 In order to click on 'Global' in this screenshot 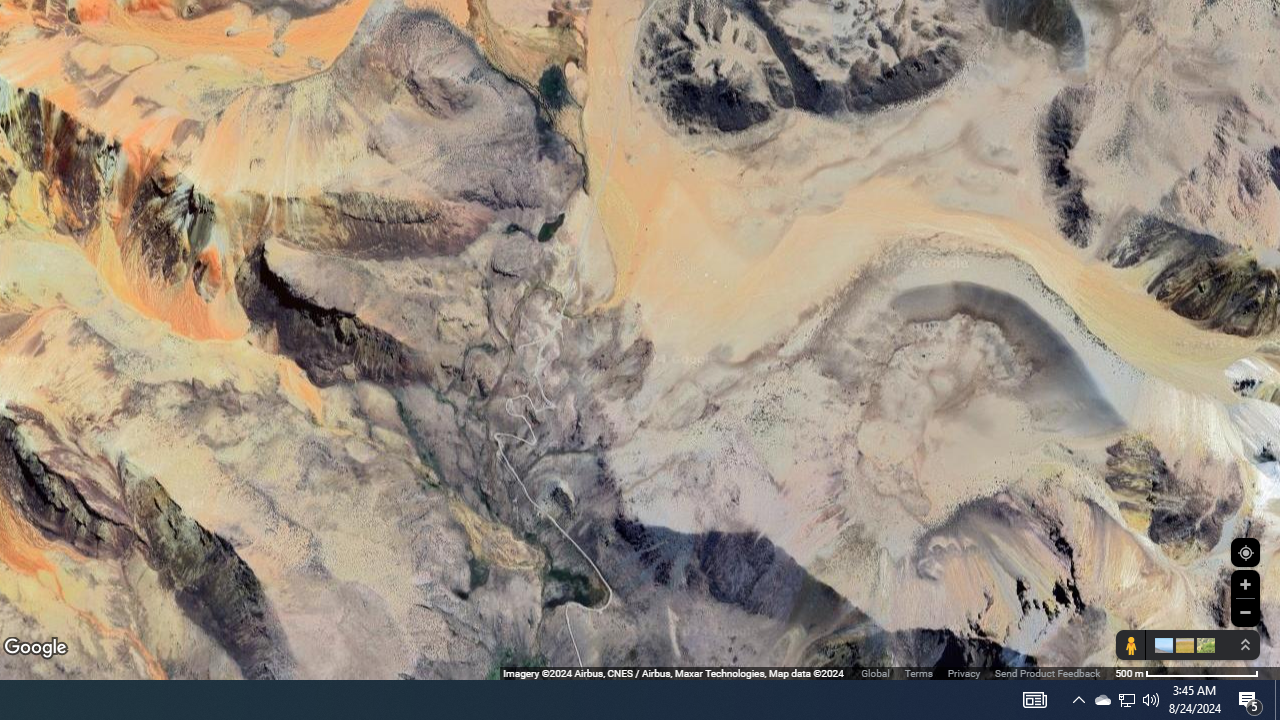, I will do `click(875, 673)`.